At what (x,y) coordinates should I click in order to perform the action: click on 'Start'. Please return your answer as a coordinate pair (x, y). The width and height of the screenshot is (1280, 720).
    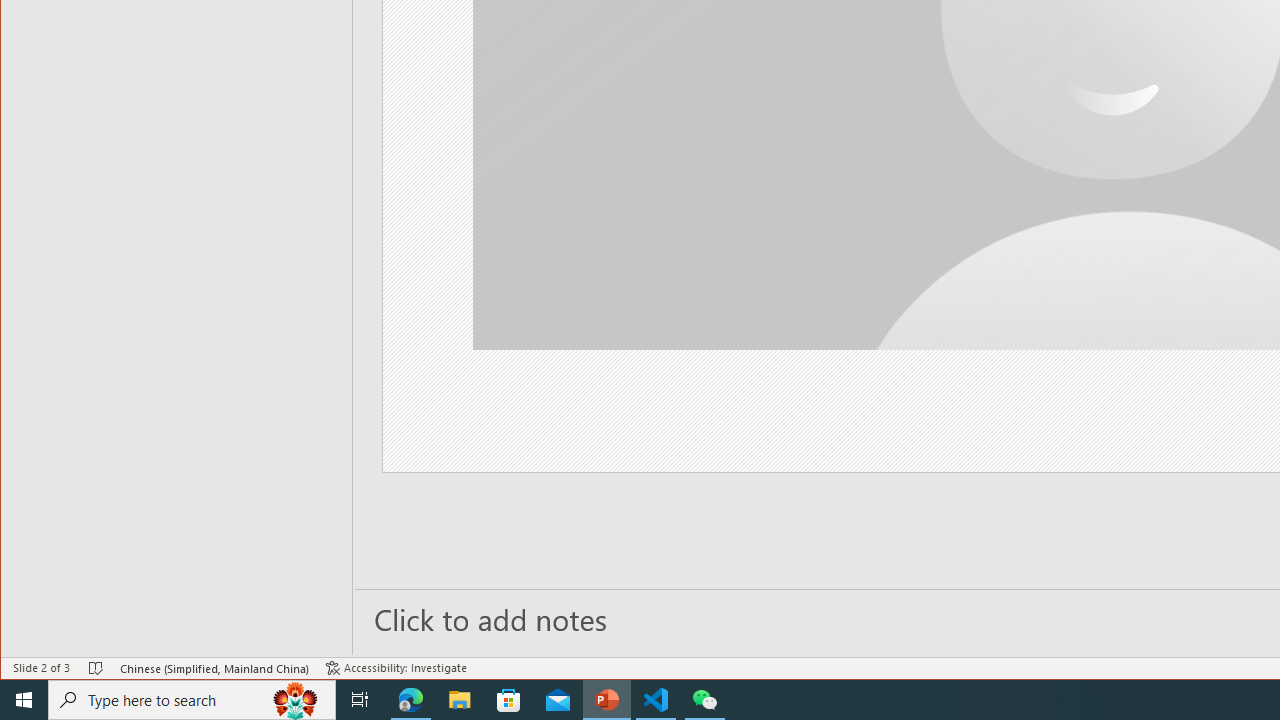
    Looking at the image, I should click on (24, 698).